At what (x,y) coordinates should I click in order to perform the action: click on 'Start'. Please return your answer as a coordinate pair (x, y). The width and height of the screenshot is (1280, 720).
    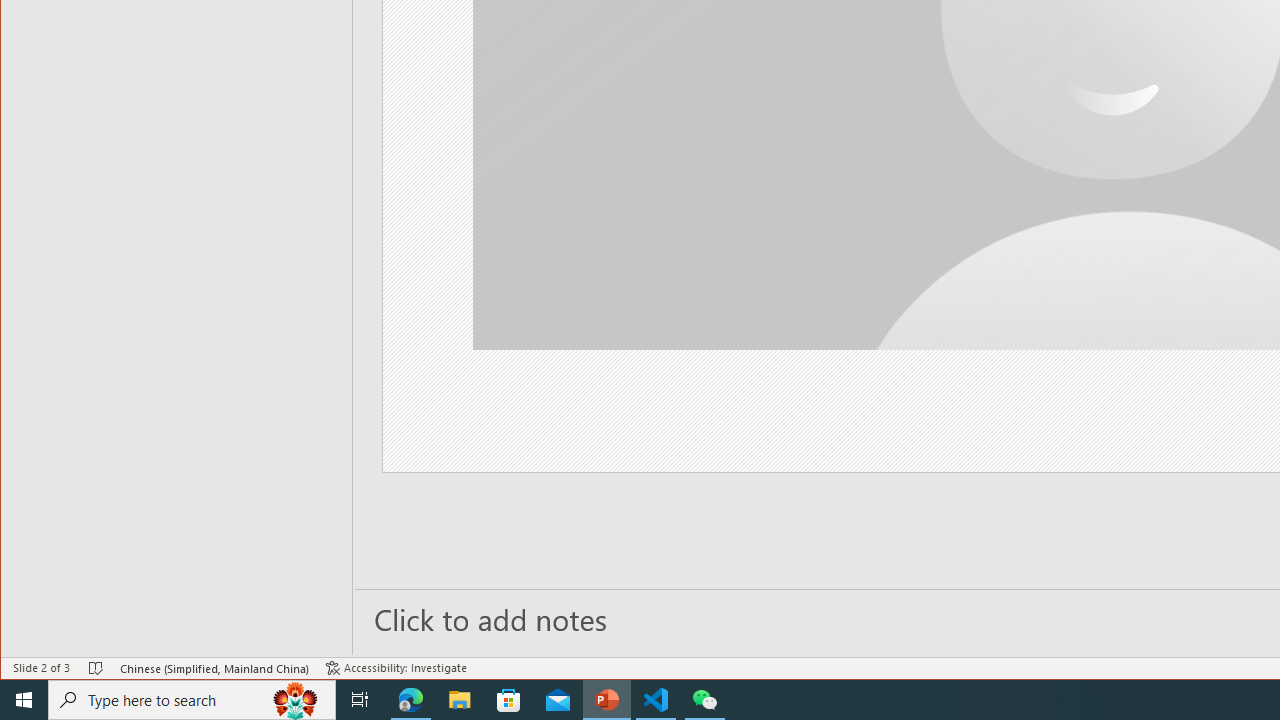
    Looking at the image, I should click on (24, 698).